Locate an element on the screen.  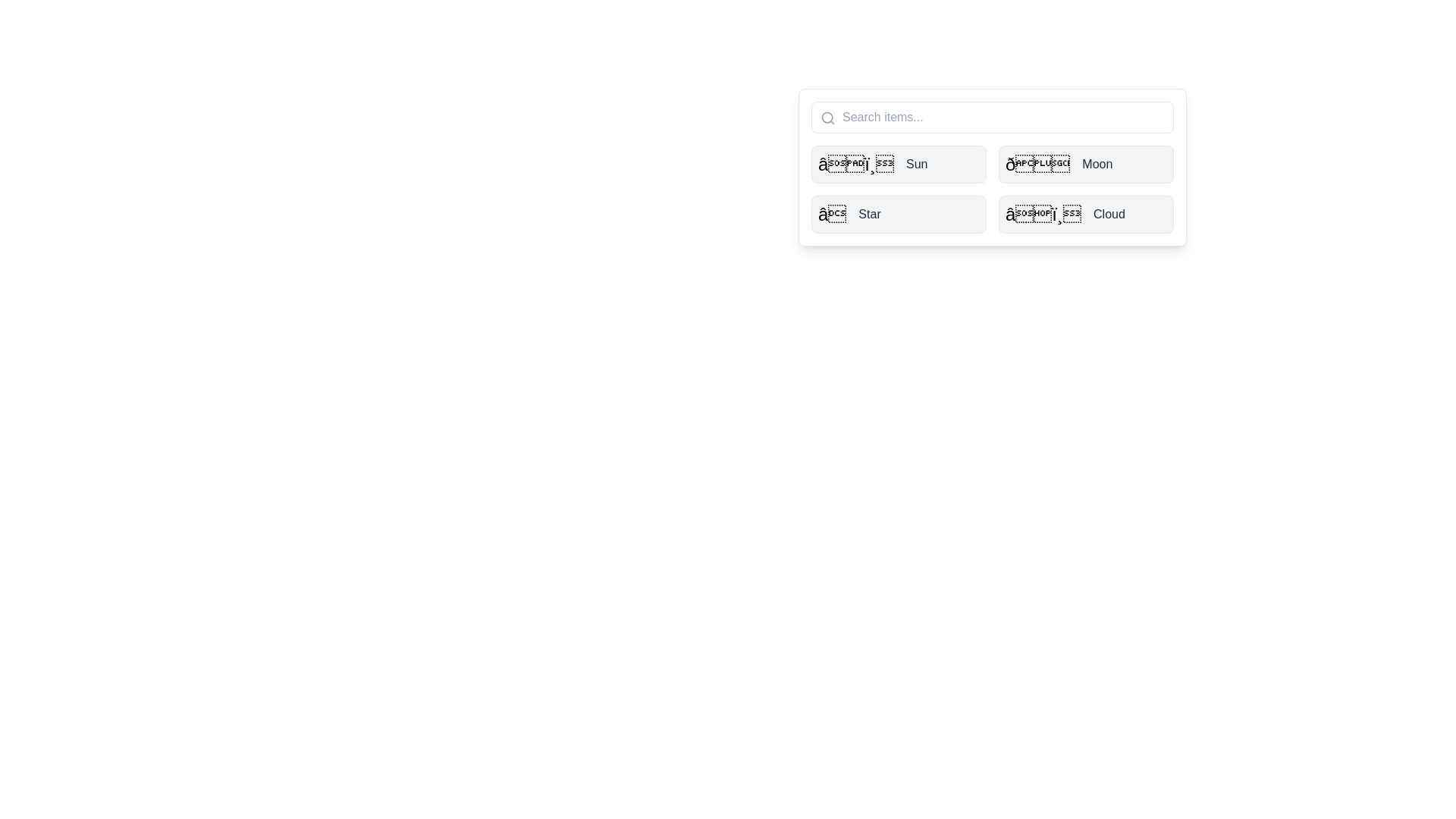
the rectangular button labeled 'Cloud' with a cloud icon on the left is located at coordinates (1085, 214).